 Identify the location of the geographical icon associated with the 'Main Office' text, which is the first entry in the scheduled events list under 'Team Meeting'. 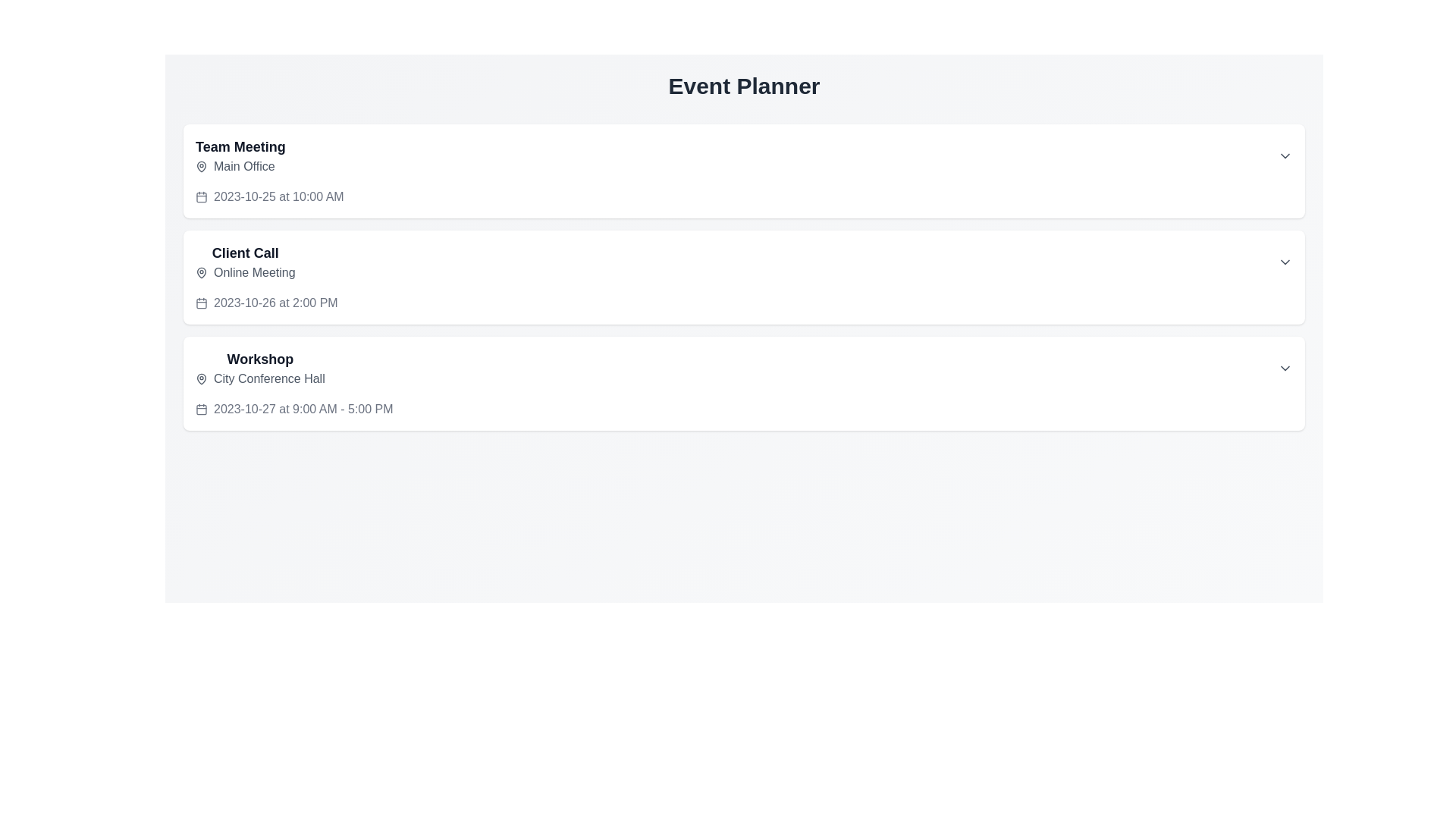
(200, 166).